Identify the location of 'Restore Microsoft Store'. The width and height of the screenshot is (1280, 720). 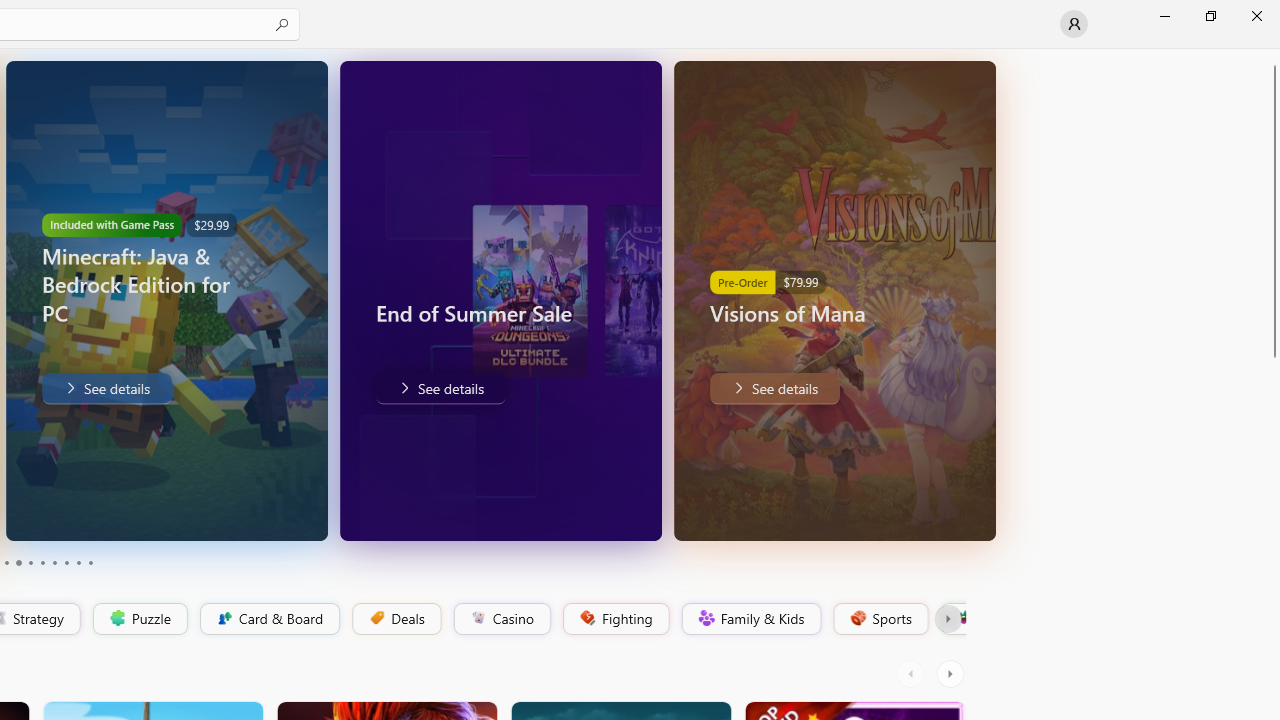
(1209, 15).